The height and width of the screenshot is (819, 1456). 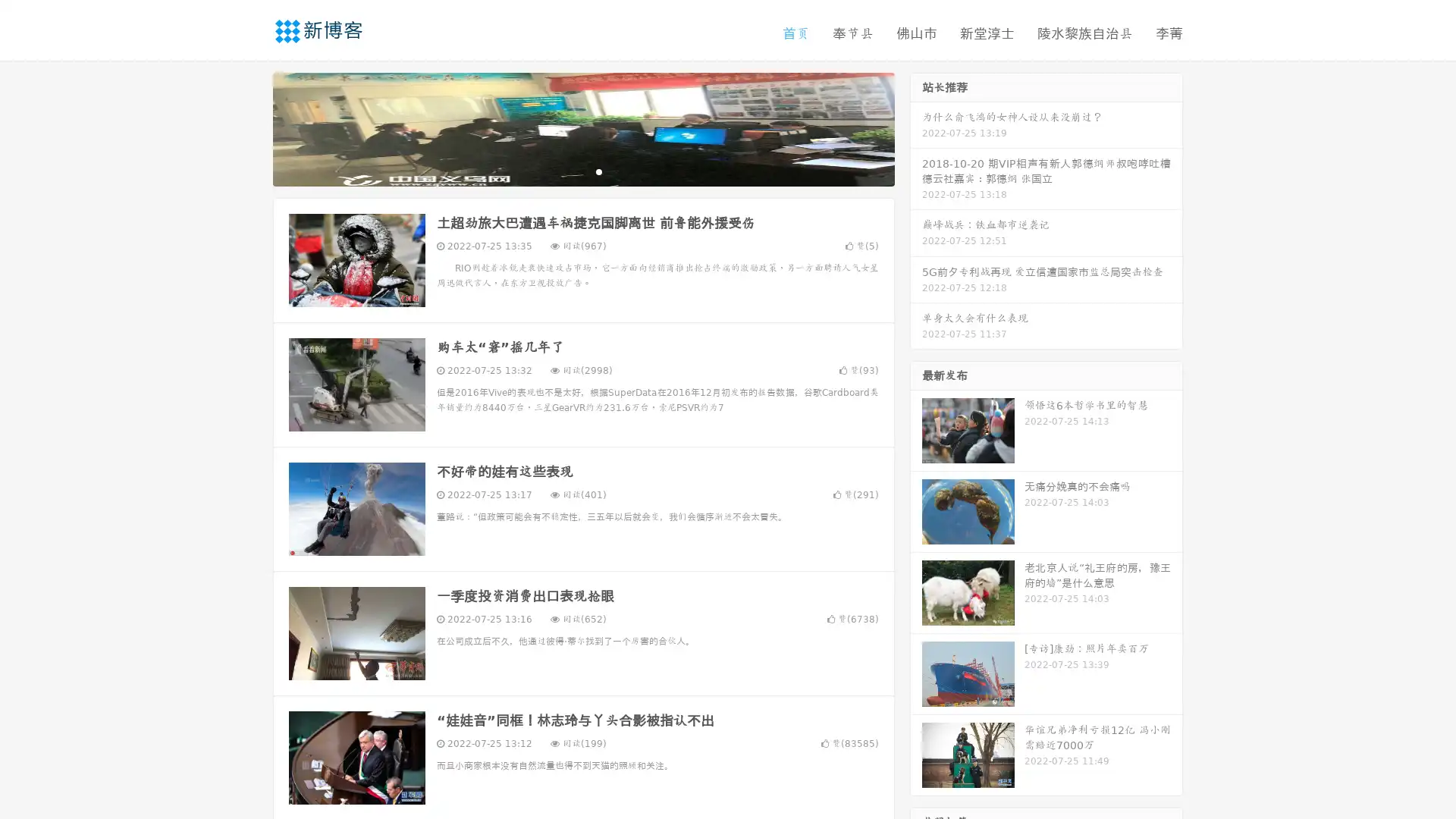 I want to click on Go to slide 2, so click(x=582, y=171).